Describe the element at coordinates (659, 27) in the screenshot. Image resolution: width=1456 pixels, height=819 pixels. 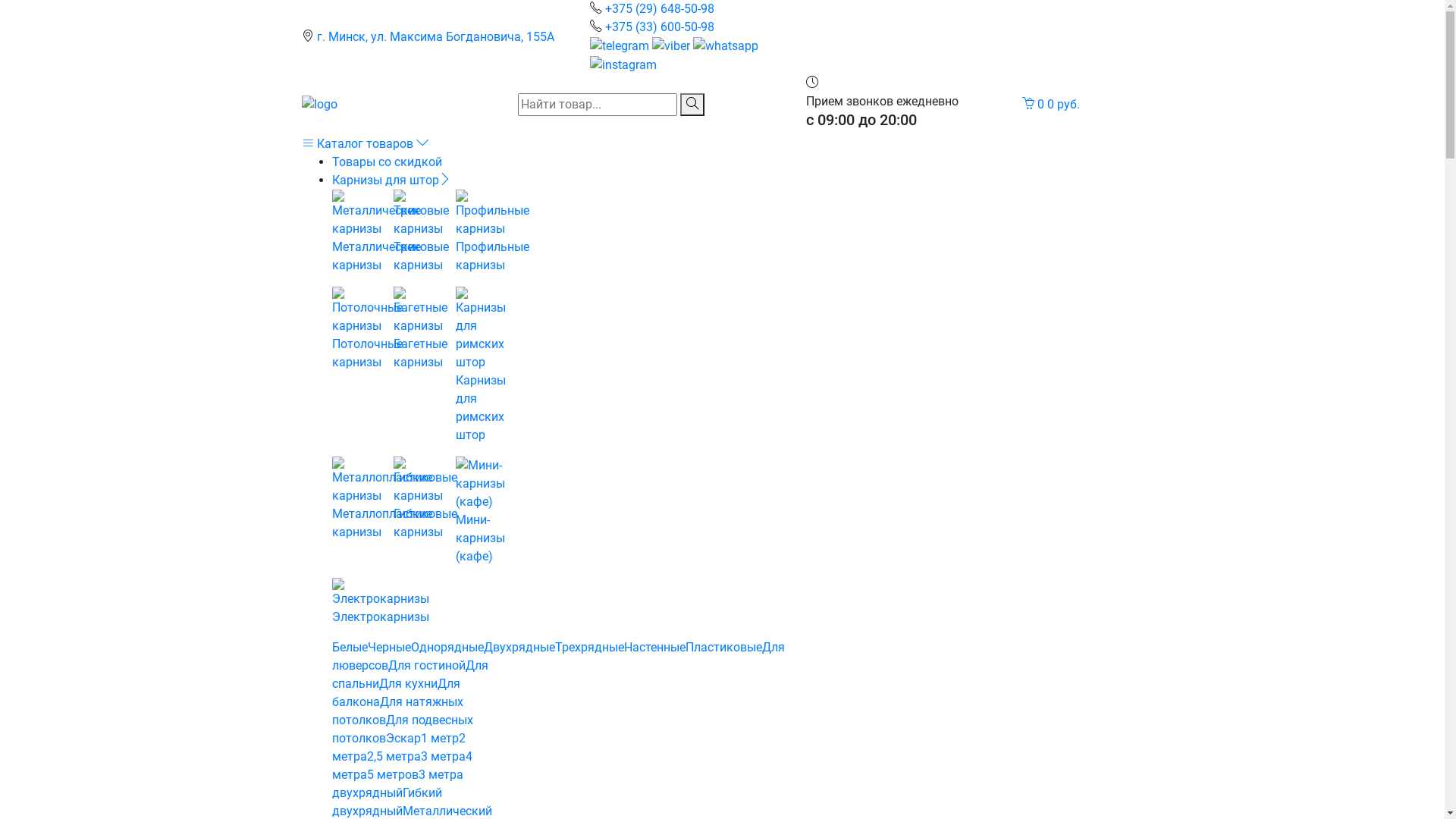
I see `'+375 (33) 600-50-98'` at that location.